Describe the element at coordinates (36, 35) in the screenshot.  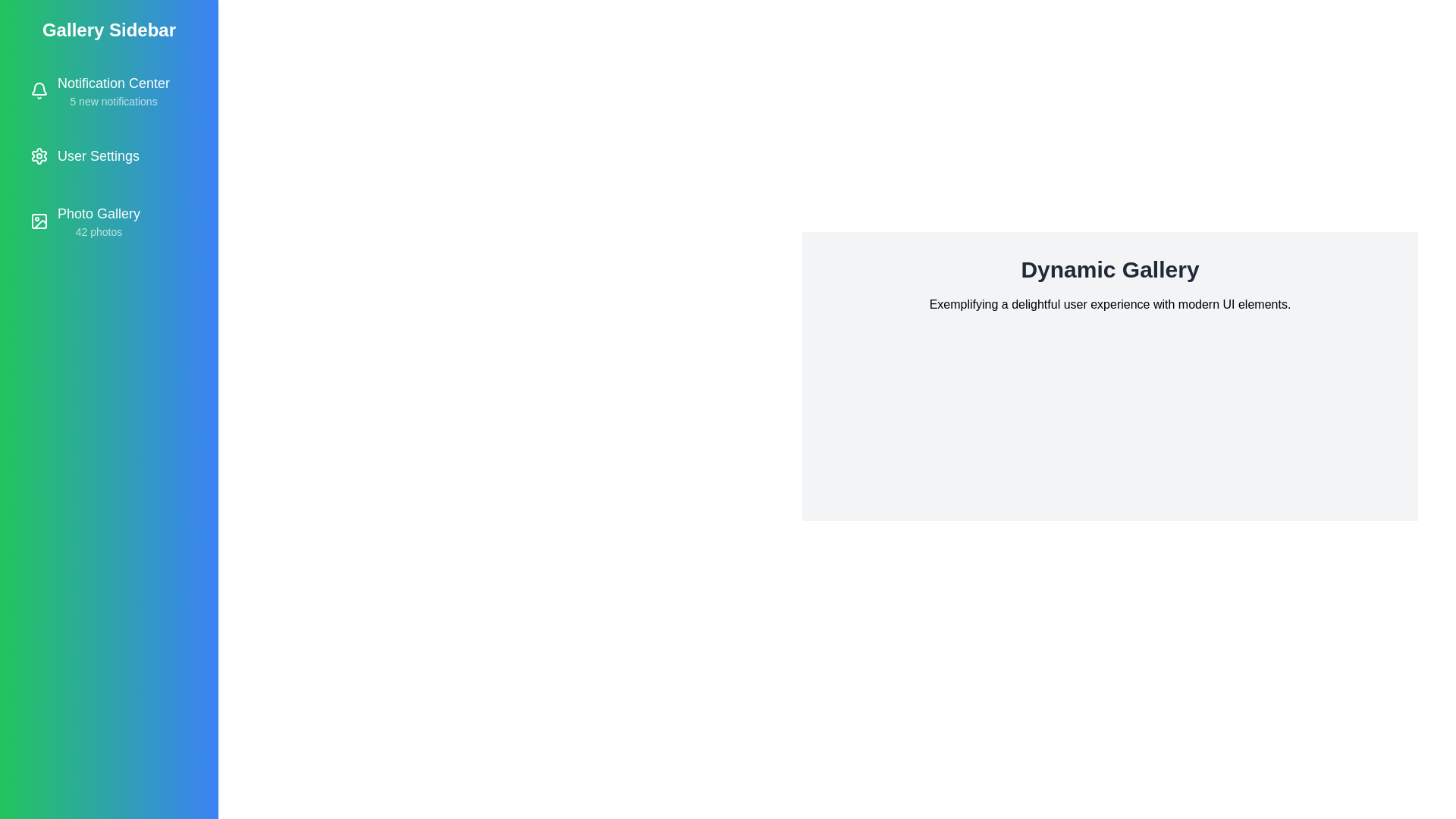
I see `the toggle button located at the top-left corner of the screen to toggle the sidebar visibility` at that location.